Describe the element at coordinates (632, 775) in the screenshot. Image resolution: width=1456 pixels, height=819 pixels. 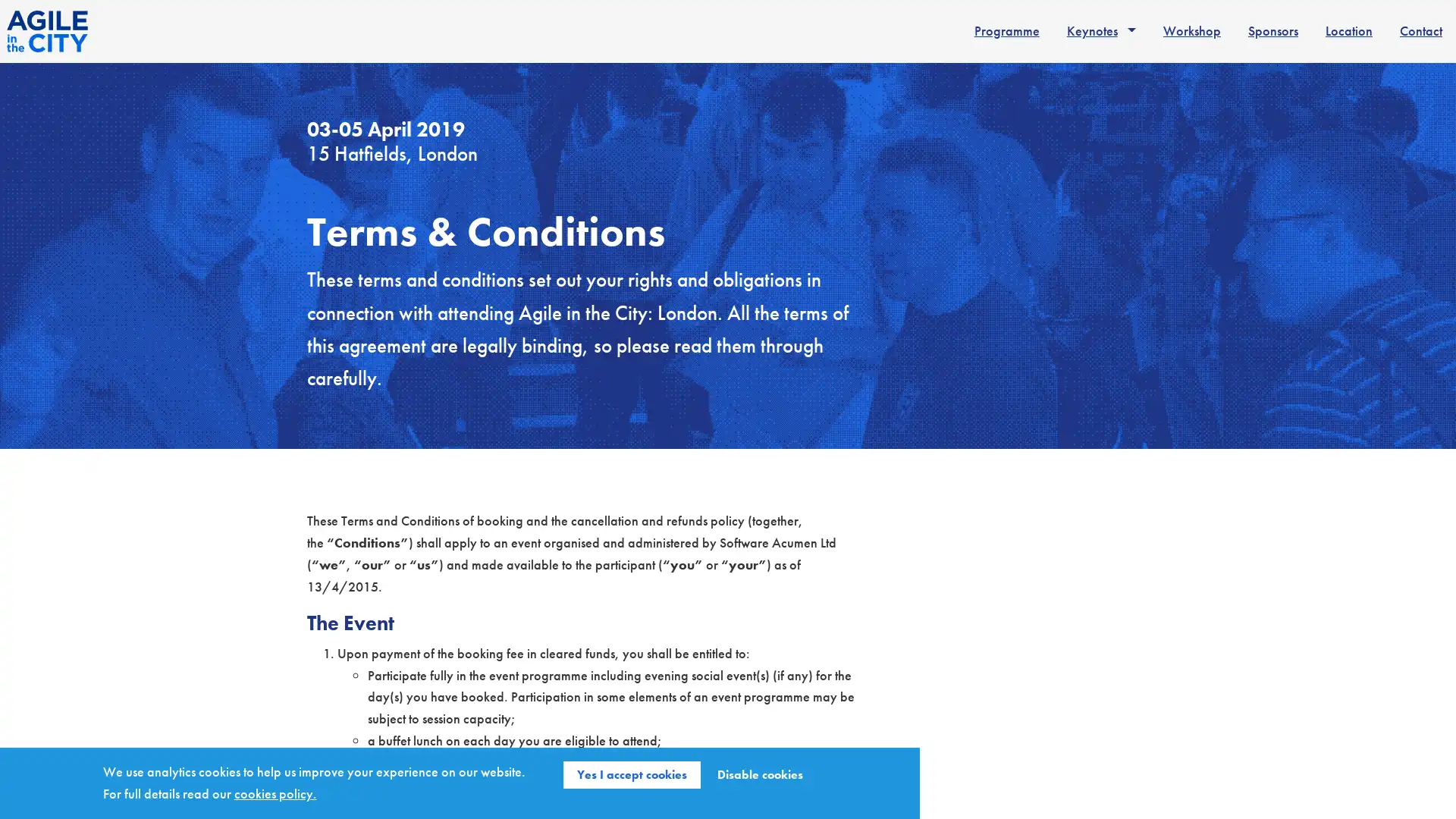
I see `Yes I accept cookies` at that location.